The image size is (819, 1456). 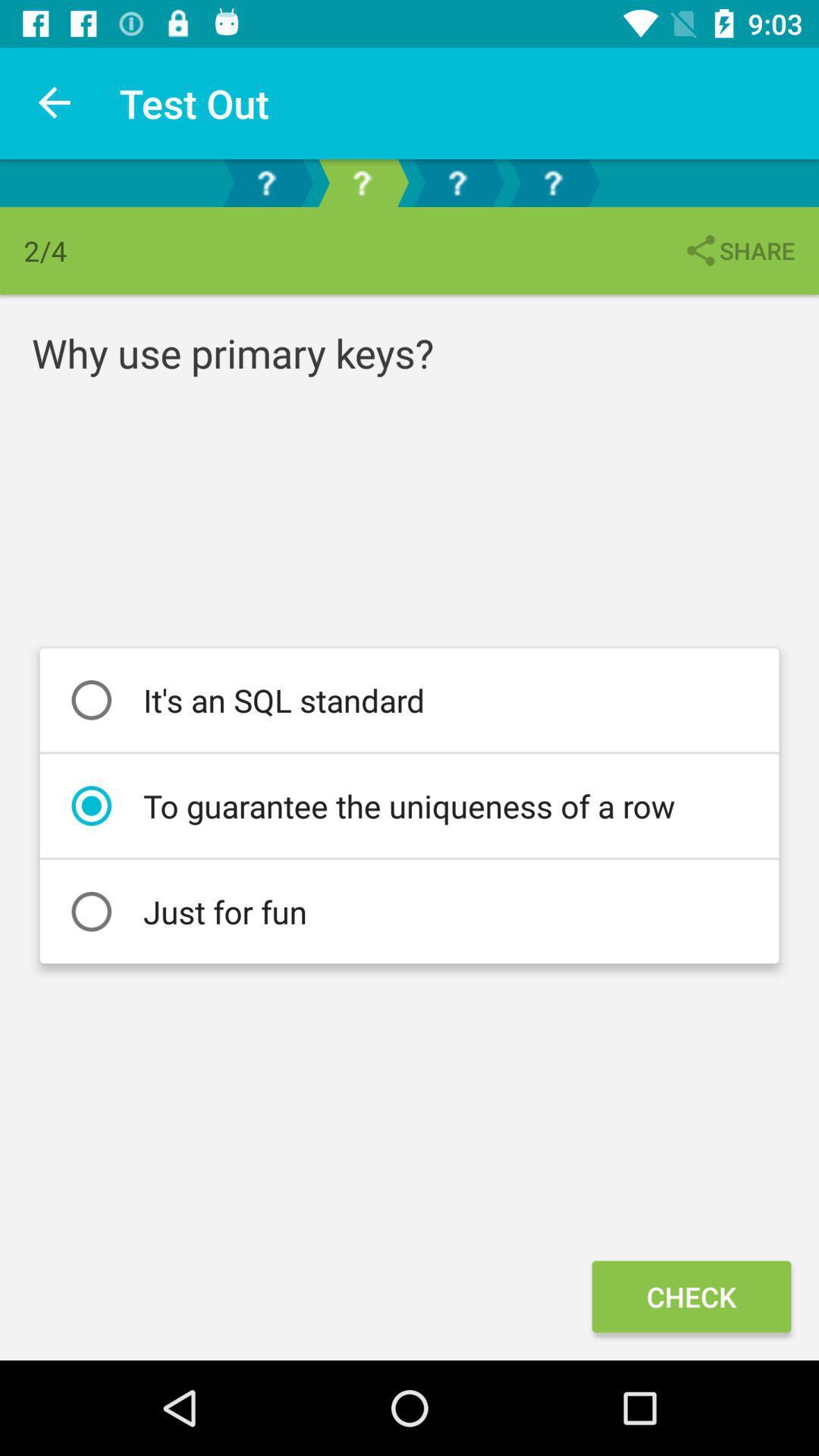 What do you see at coordinates (265, 182) in the screenshot?
I see `previous question` at bounding box center [265, 182].